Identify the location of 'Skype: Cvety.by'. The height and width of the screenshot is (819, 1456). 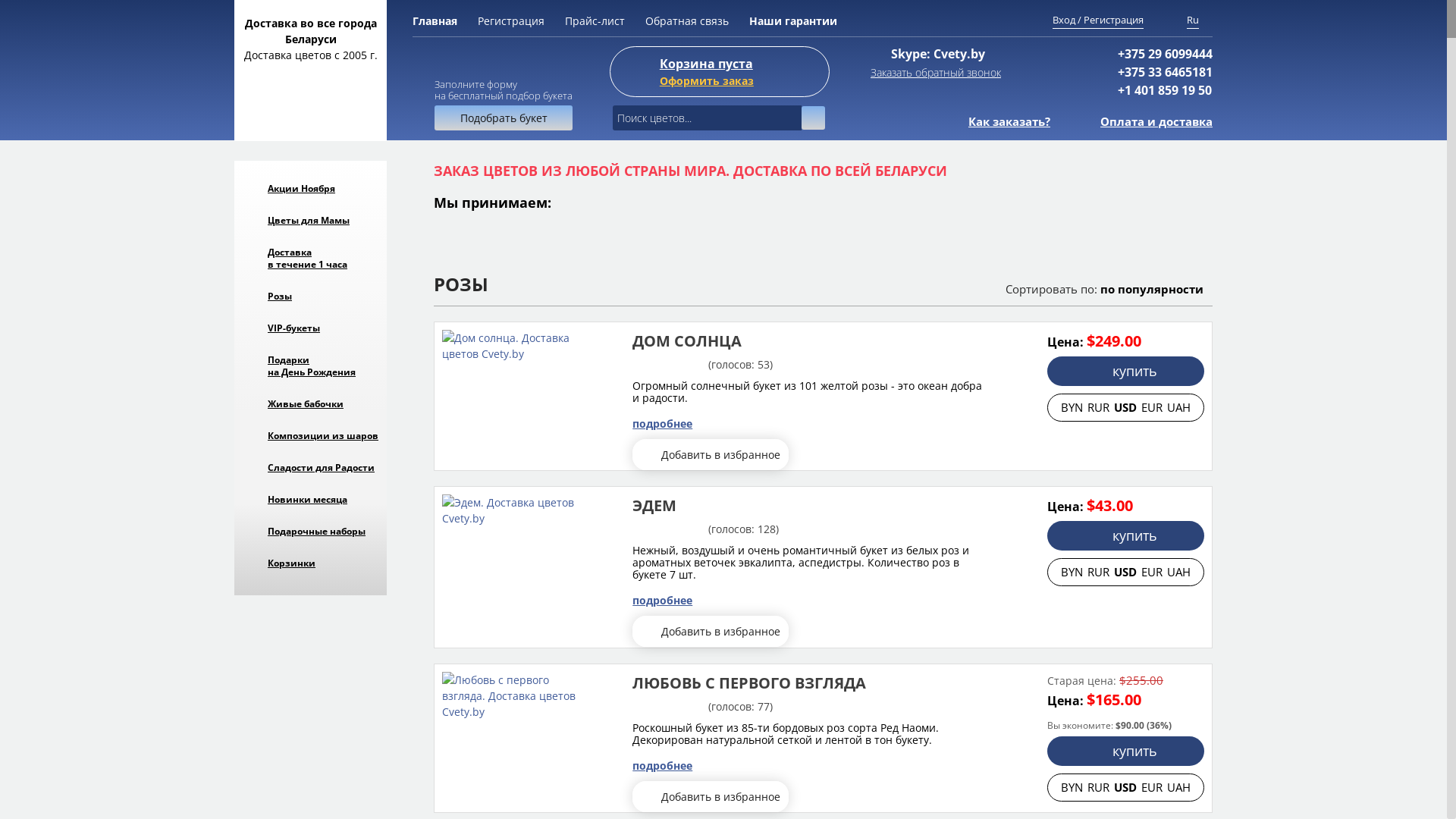
(937, 52).